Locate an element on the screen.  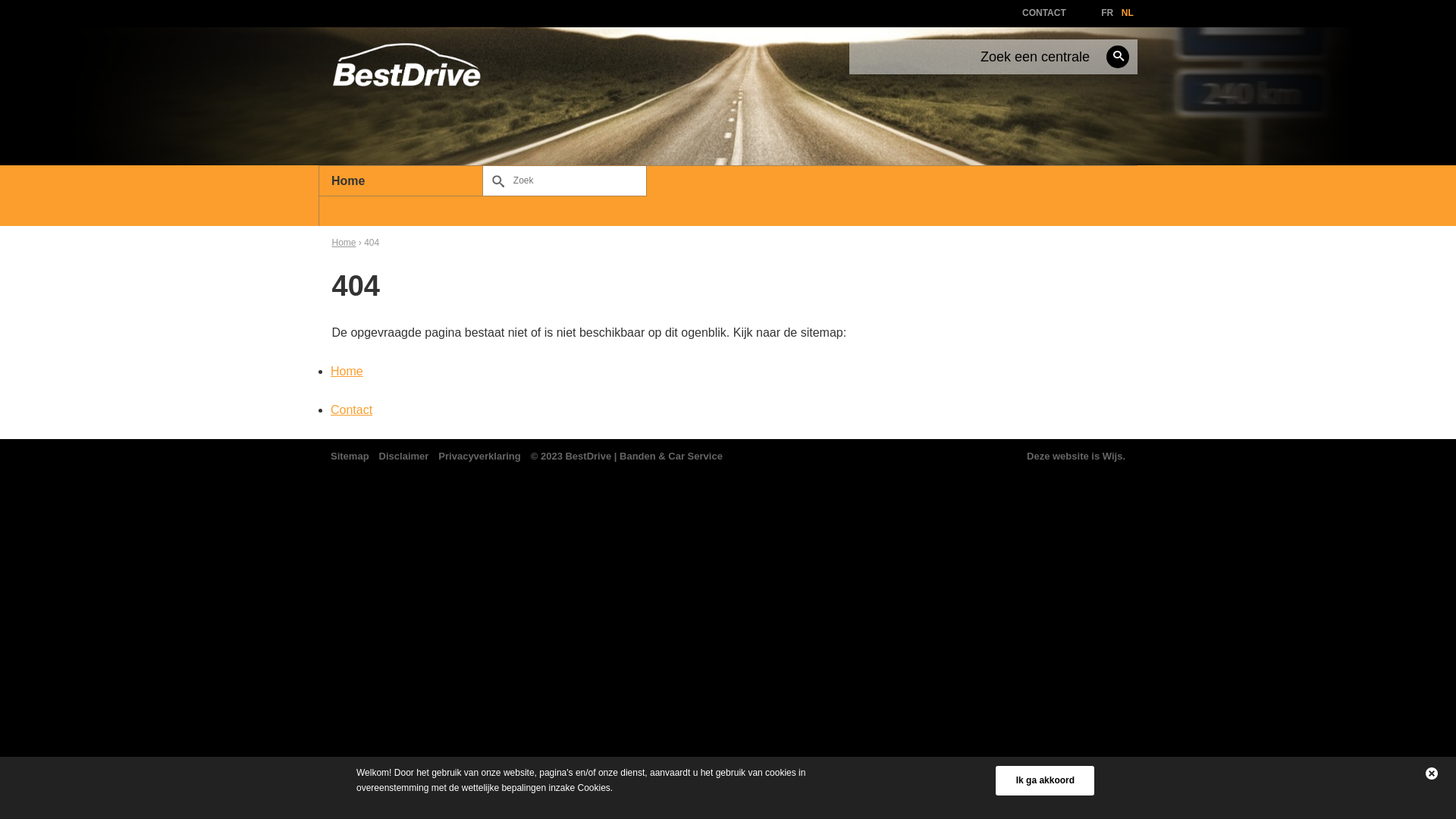
'FR' is located at coordinates (1106, 12).